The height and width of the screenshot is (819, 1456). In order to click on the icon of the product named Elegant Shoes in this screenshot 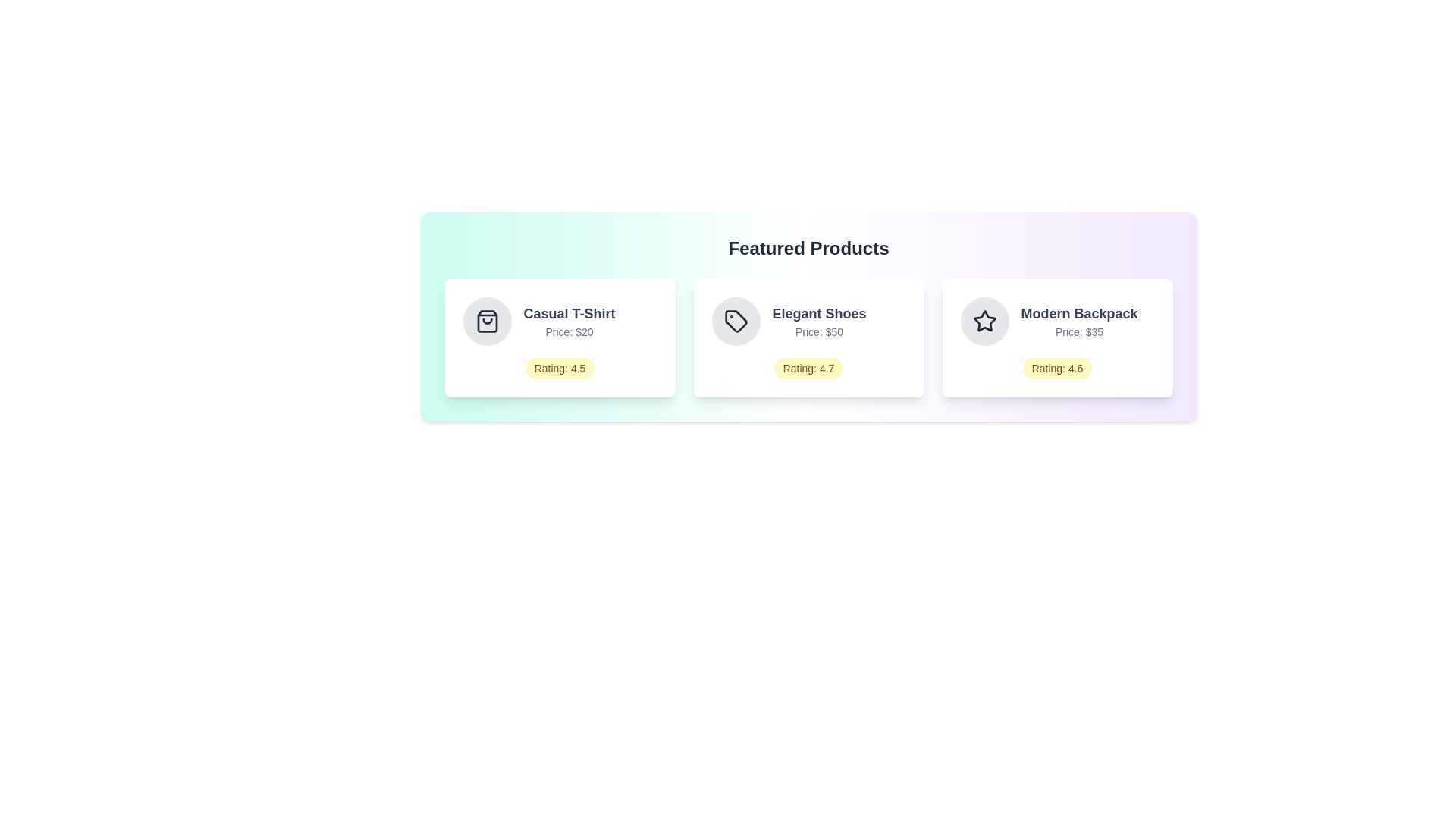, I will do `click(736, 321)`.